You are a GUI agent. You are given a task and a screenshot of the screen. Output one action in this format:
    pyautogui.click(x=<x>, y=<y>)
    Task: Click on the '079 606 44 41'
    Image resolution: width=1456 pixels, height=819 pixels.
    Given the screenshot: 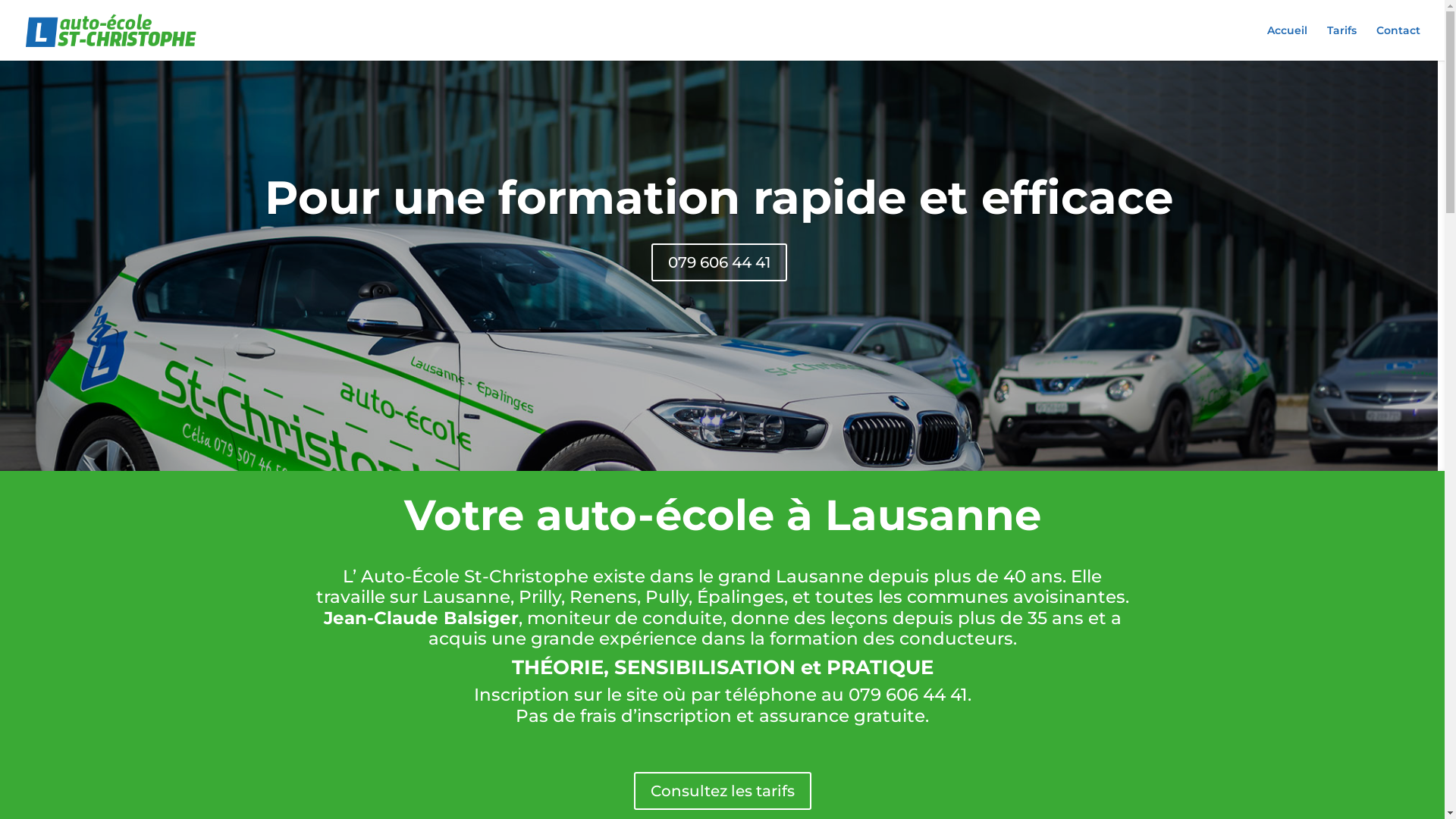 What is the action you would take?
    pyautogui.click(x=651, y=262)
    